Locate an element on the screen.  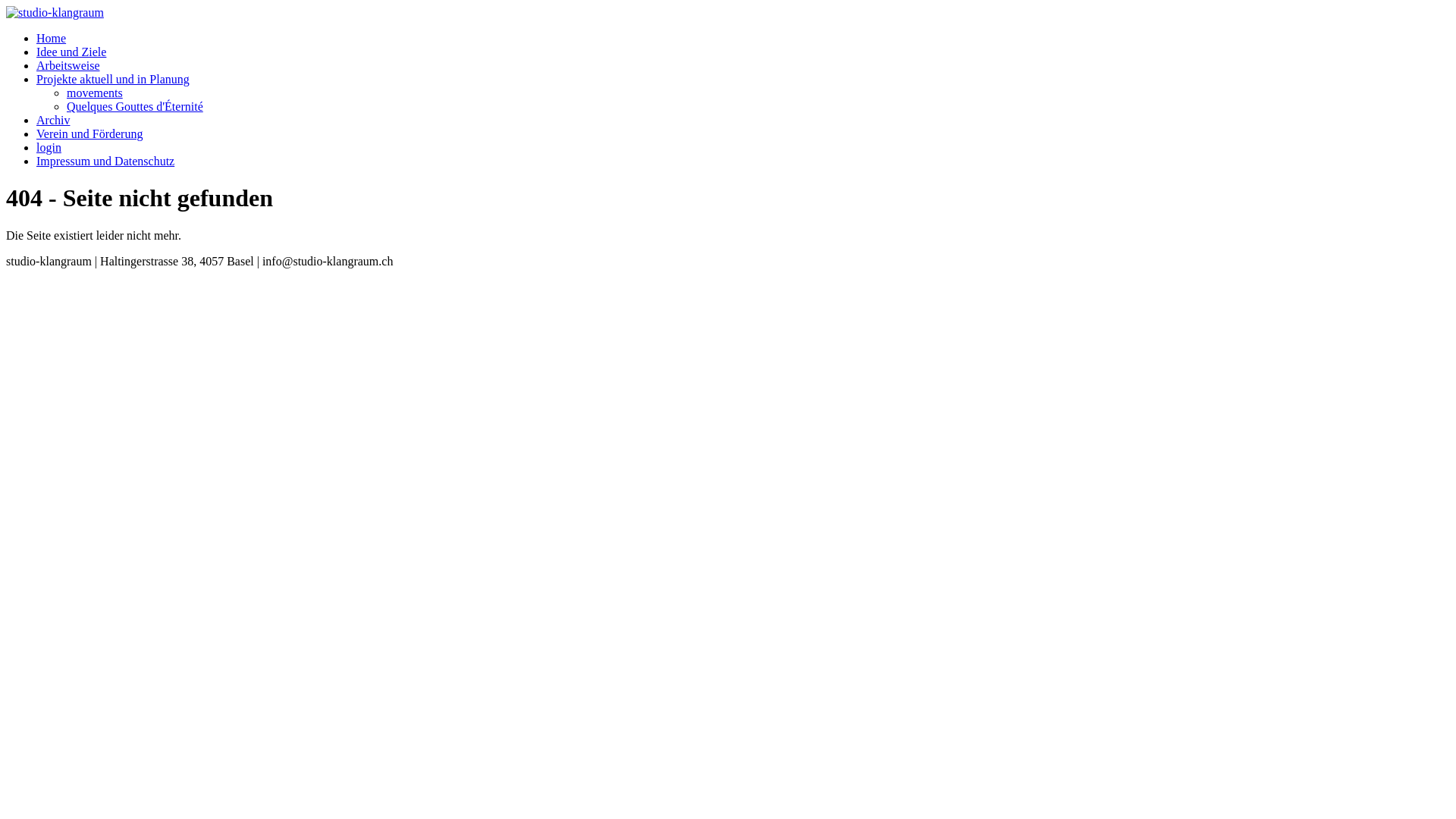
'Archiv' is located at coordinates (53, 119).